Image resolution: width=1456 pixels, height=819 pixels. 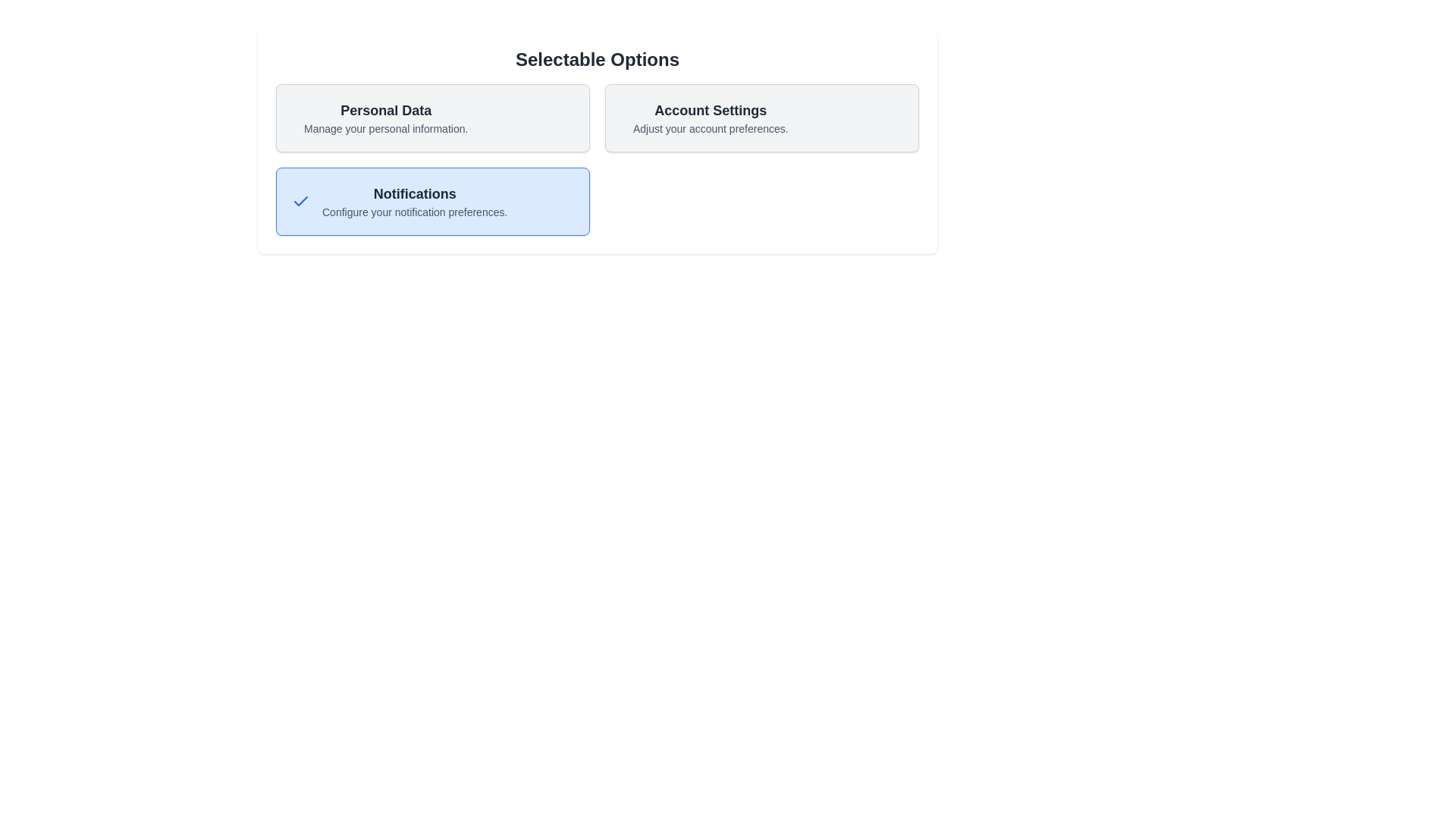 I want to click on the header text label for account configuration options, located near the top right of the interface above the text 'Adjust your account preferences', so click(x=710, y=110).